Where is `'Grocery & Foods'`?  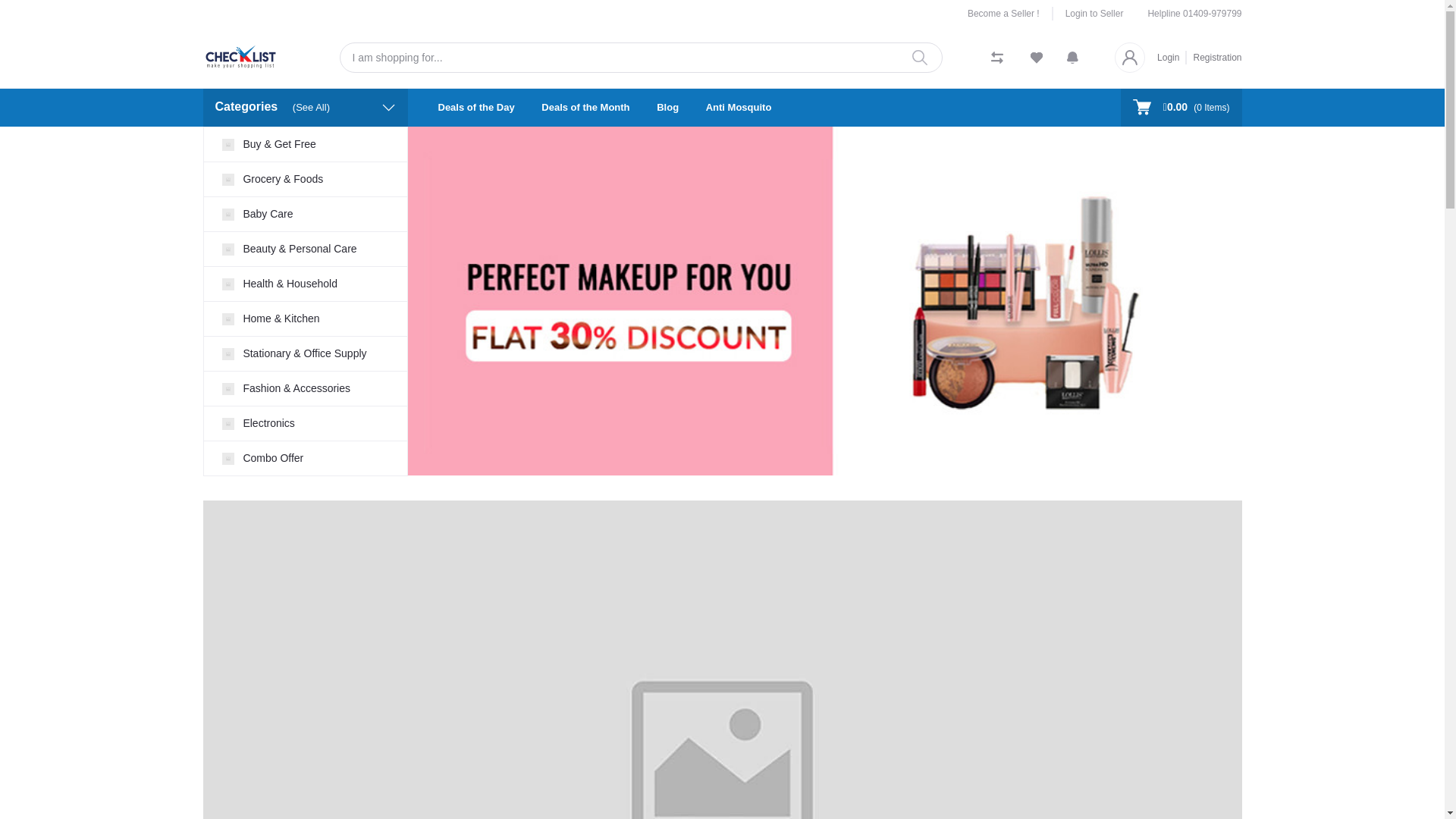 'Grocery & Foods' is located at coordinates (202, 178).